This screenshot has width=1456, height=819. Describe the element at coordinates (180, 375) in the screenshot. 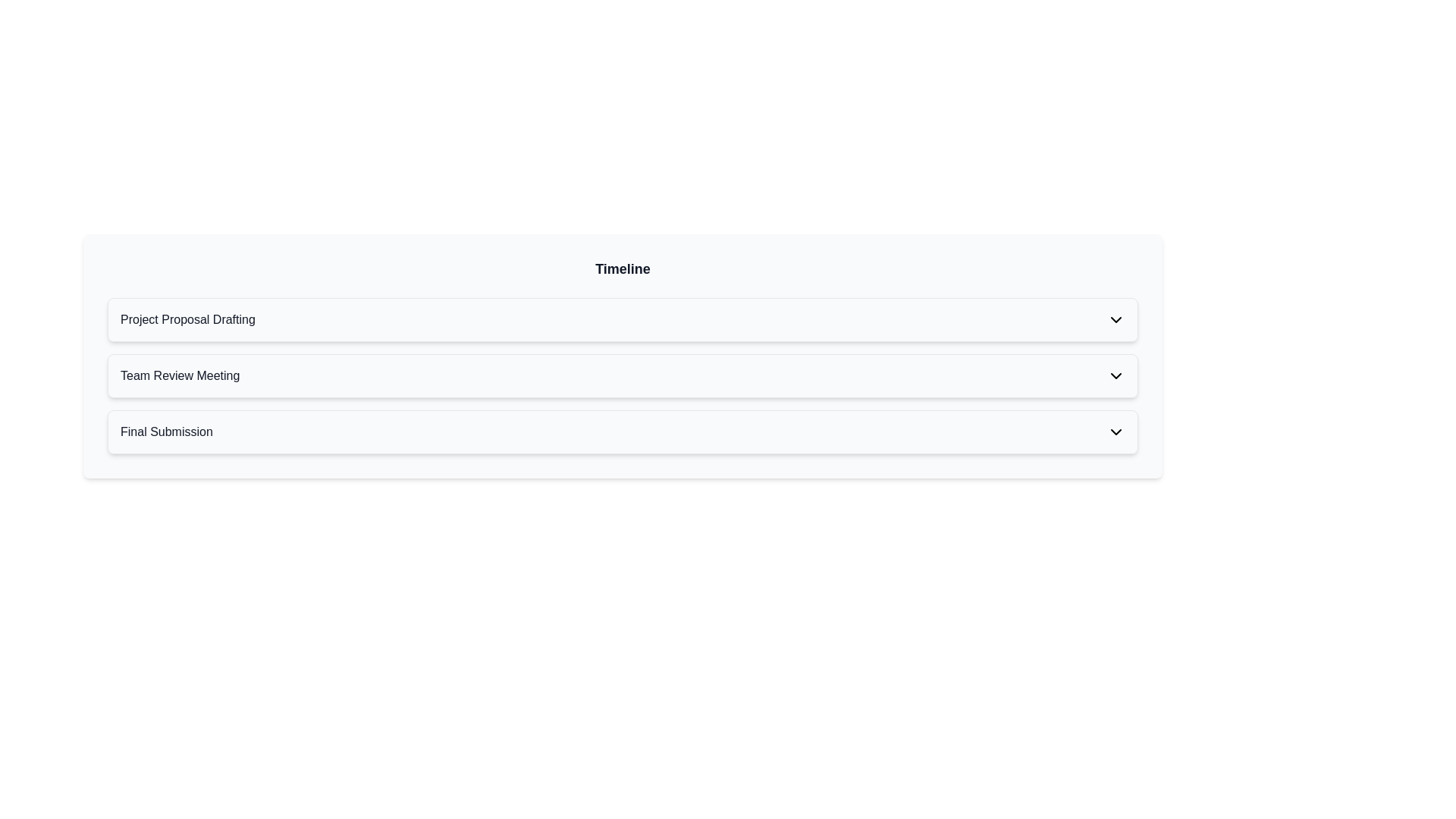

I see `the non-interactive text label that identifies the section in the timeline, positioned between 'Project Proposal Drafting' and 'Final Submission'` at that location.